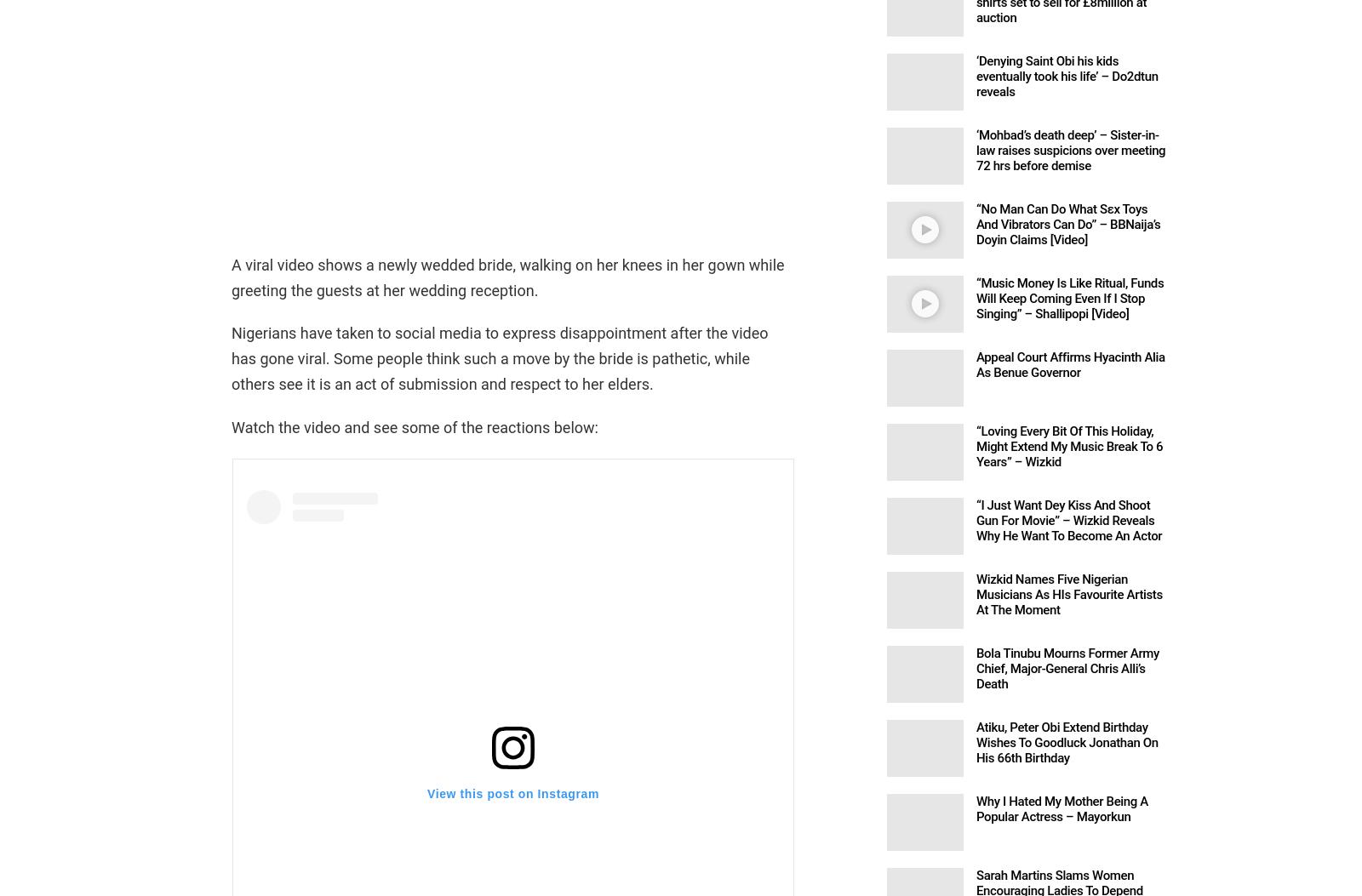 The width and height of the screenshot is (1362, 896). Describe the element at coordinates (414, 426) in the screenshot. I see `'Watch the video and see some of the reactions below:'` at that location.